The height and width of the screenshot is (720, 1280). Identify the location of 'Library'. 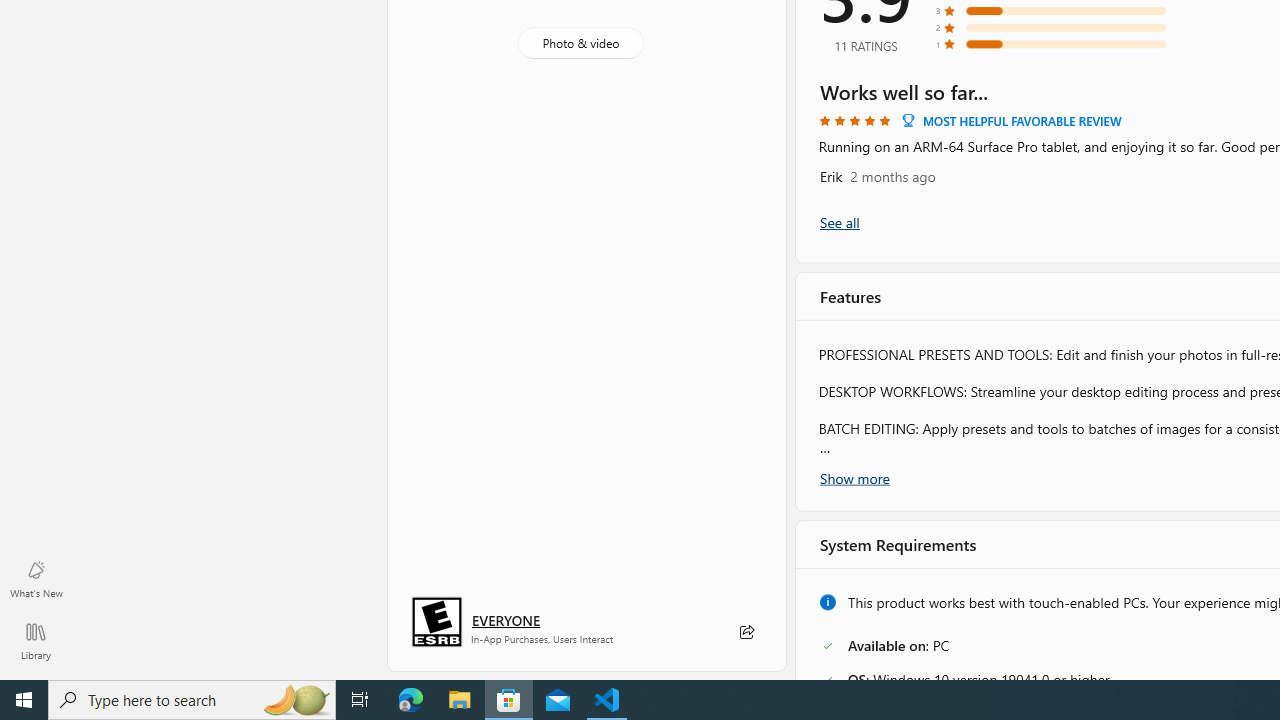
(35, 640).